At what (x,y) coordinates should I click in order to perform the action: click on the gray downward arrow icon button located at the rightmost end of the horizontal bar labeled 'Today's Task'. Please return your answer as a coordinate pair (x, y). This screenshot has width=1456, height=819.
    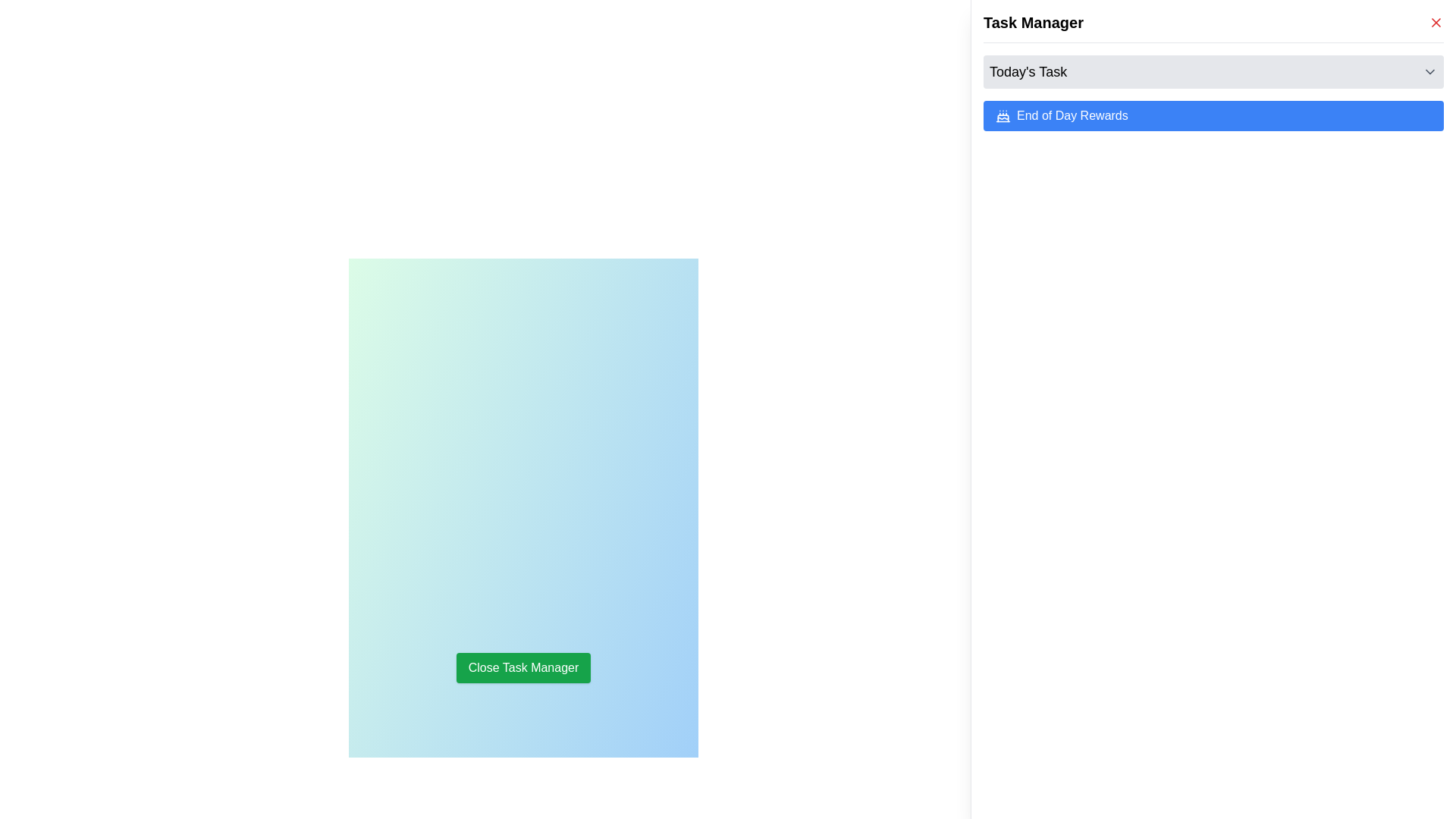
    Looking at the image, I should click on (1429, 72).